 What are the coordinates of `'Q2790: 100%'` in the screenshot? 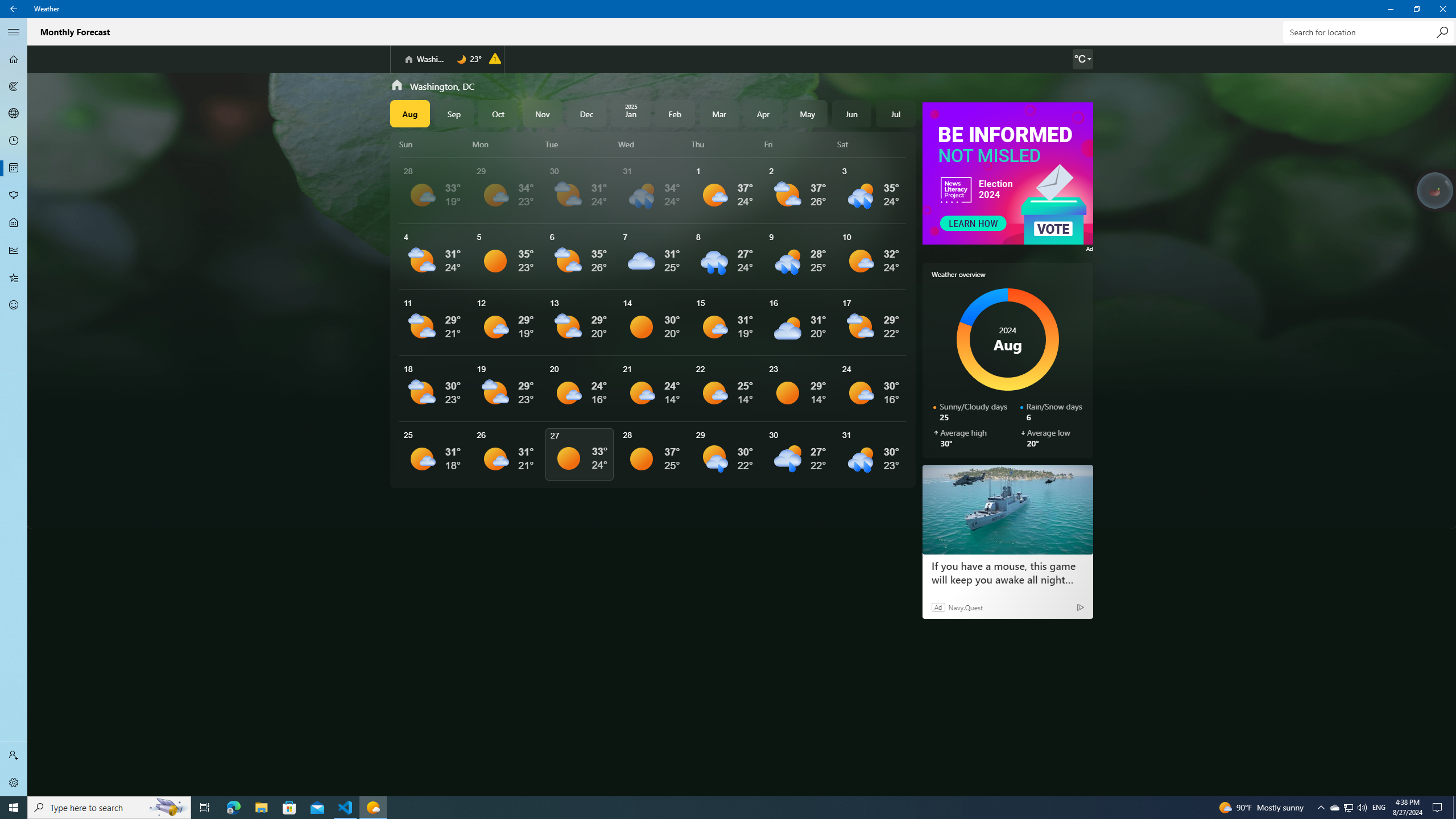 It's located at (1361, 806).